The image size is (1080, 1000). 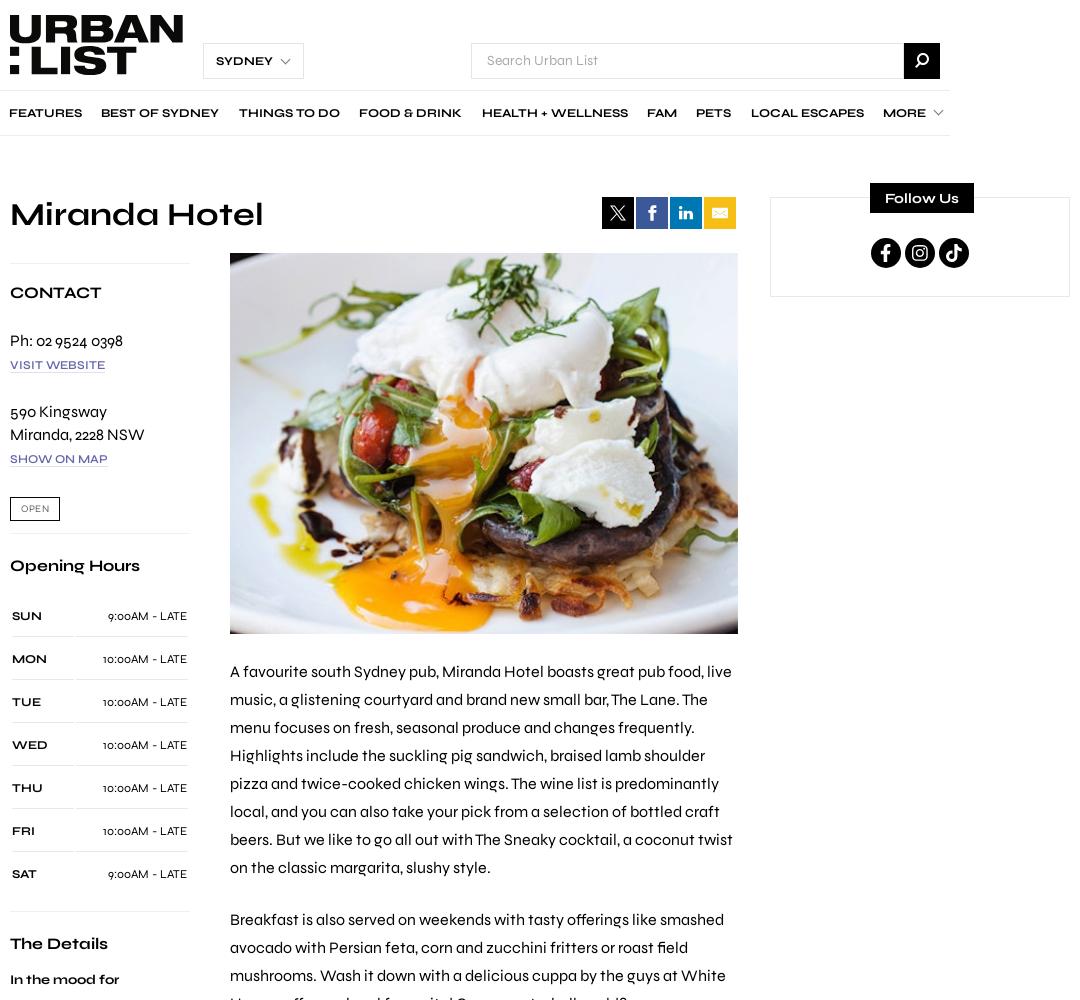 What do you see at coordinates (39, 433) in the screenshot?
I see `'Miranda'` at bounding box center [39, 433].